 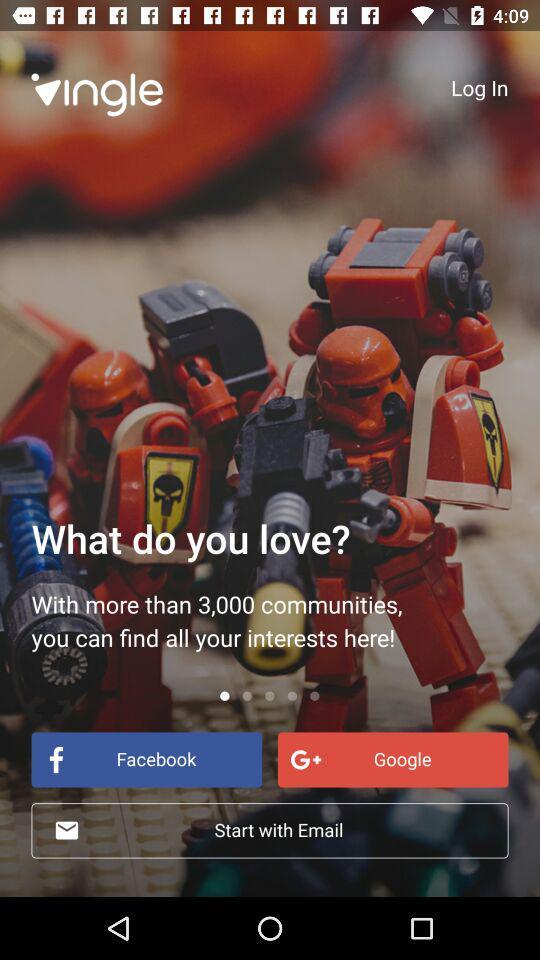 I want to click on the start with email, so click(x=270, y=830).